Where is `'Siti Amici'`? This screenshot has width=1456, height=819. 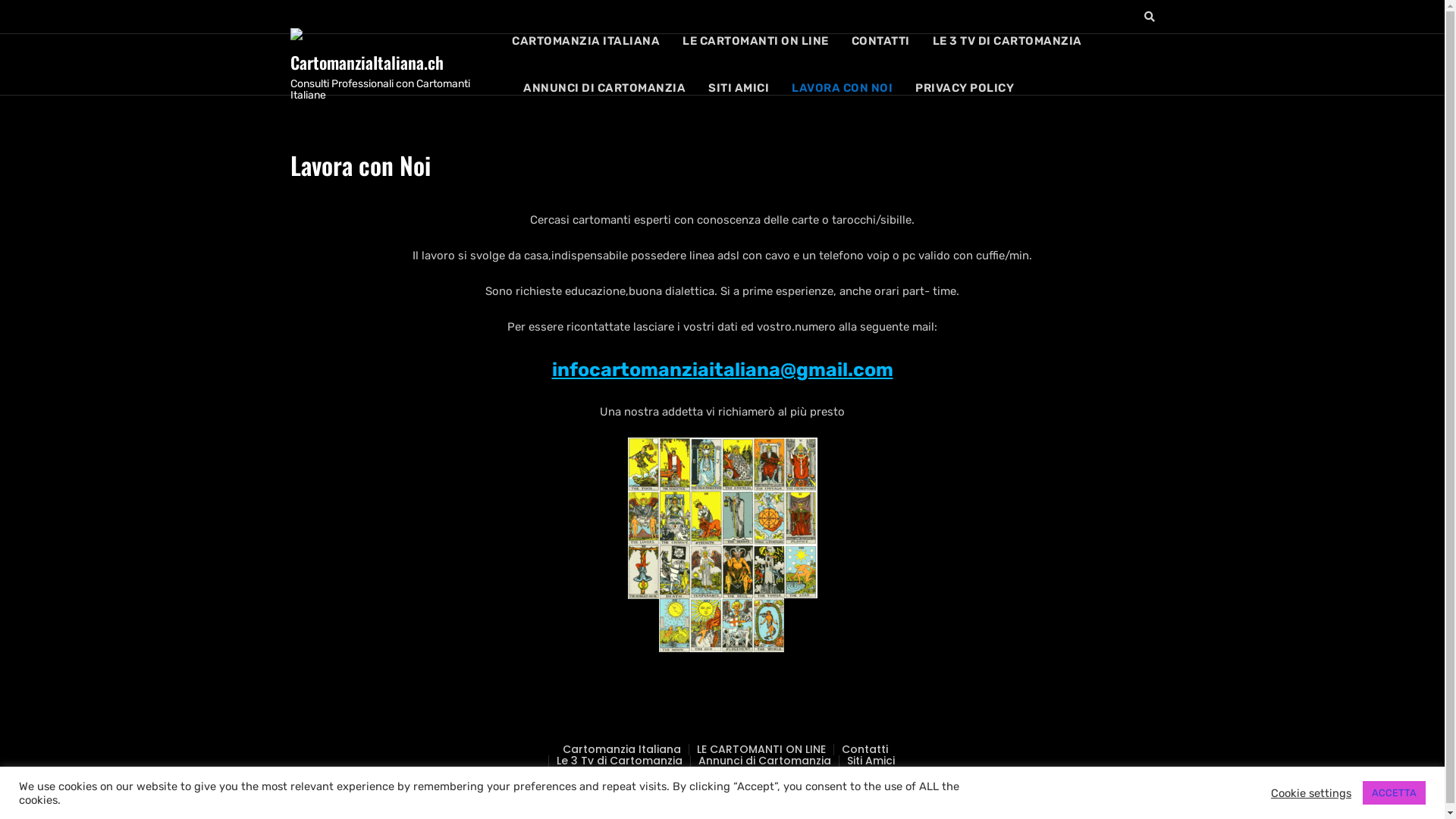
'Siti Amici' is located at coordinates (871, 760).